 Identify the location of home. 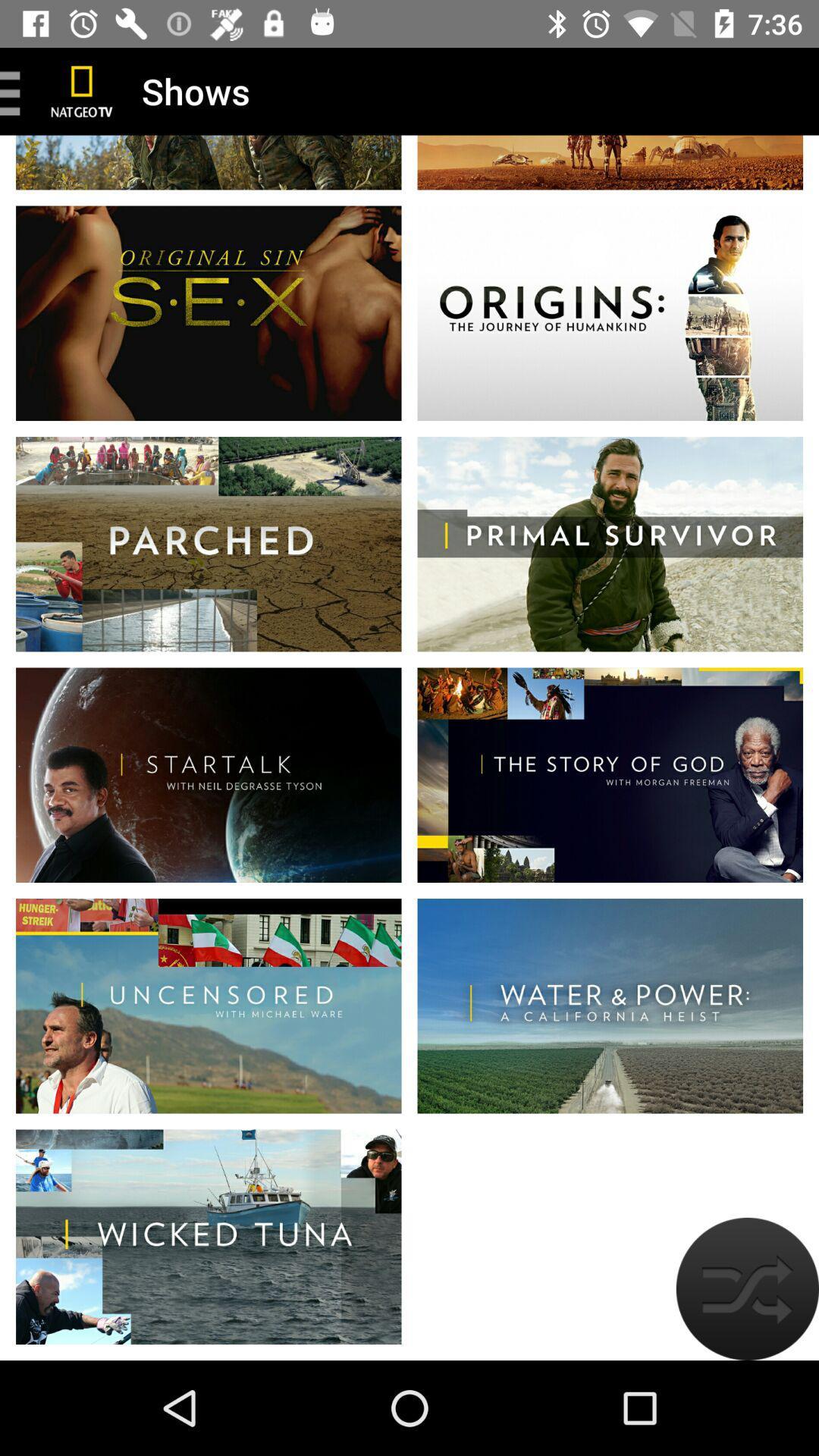
(82, 90).